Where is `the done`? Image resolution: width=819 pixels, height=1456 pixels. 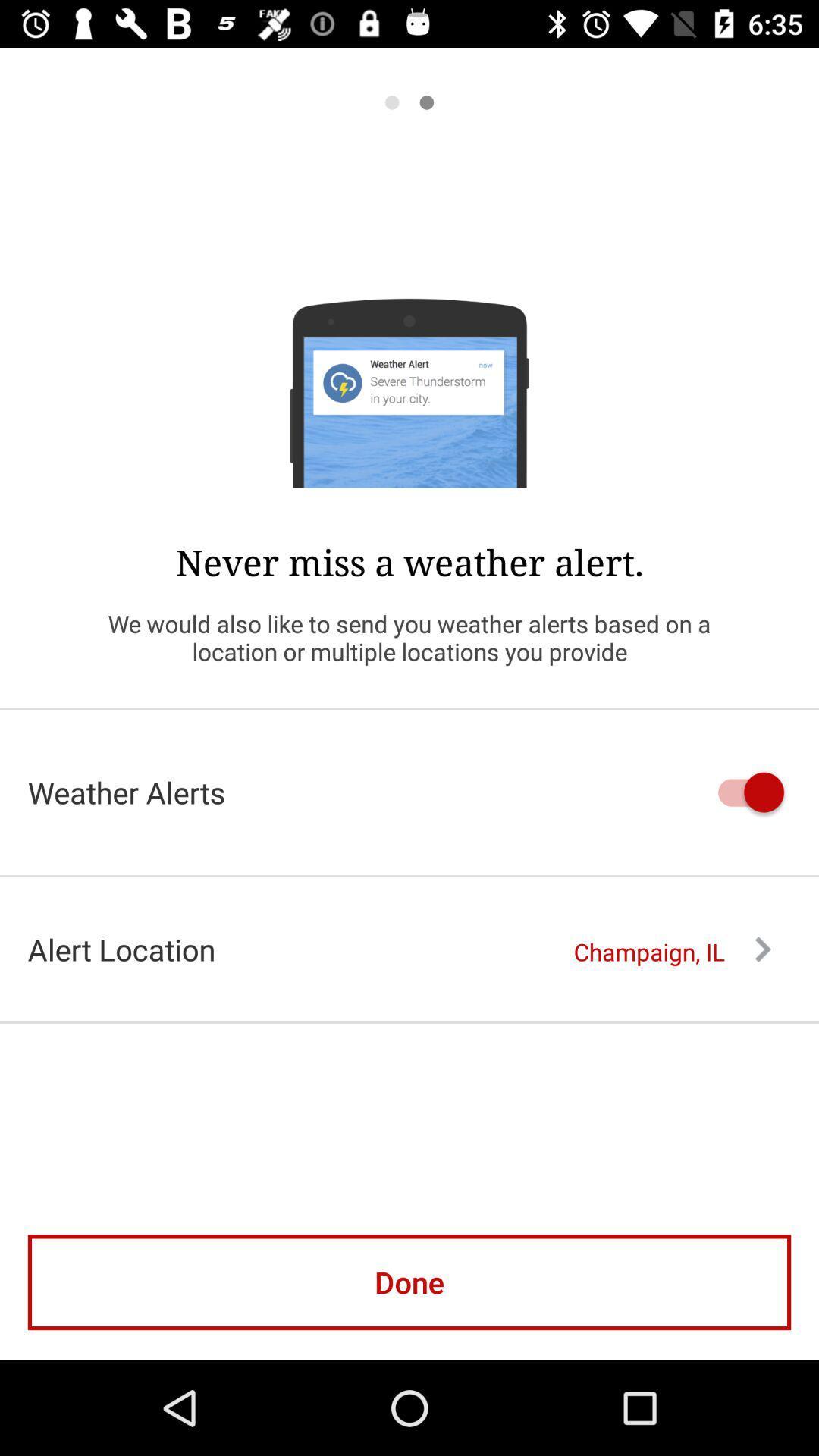
the done is located at coordinates (409, 1282).